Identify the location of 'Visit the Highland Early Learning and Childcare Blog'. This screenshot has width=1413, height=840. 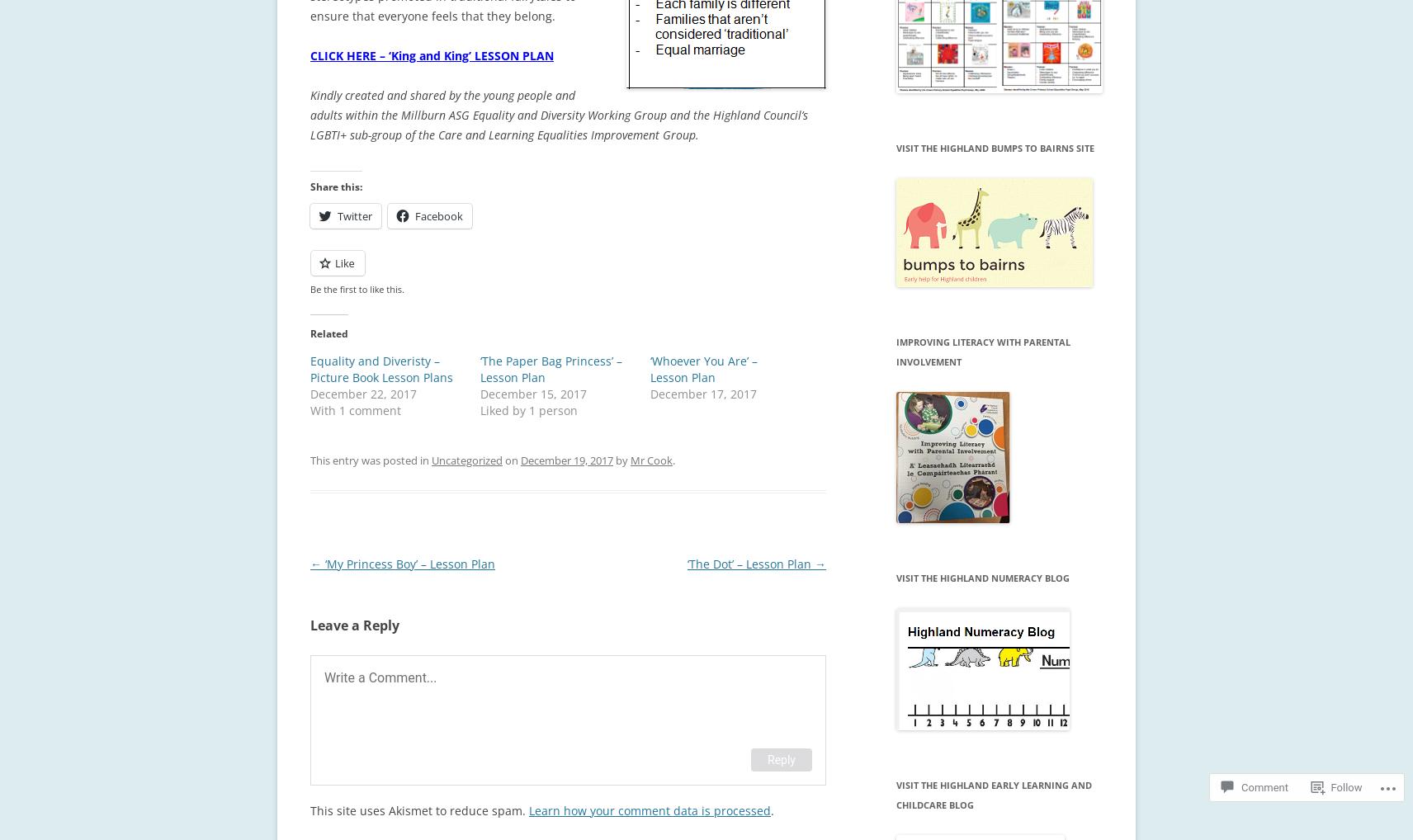
(994, 794).